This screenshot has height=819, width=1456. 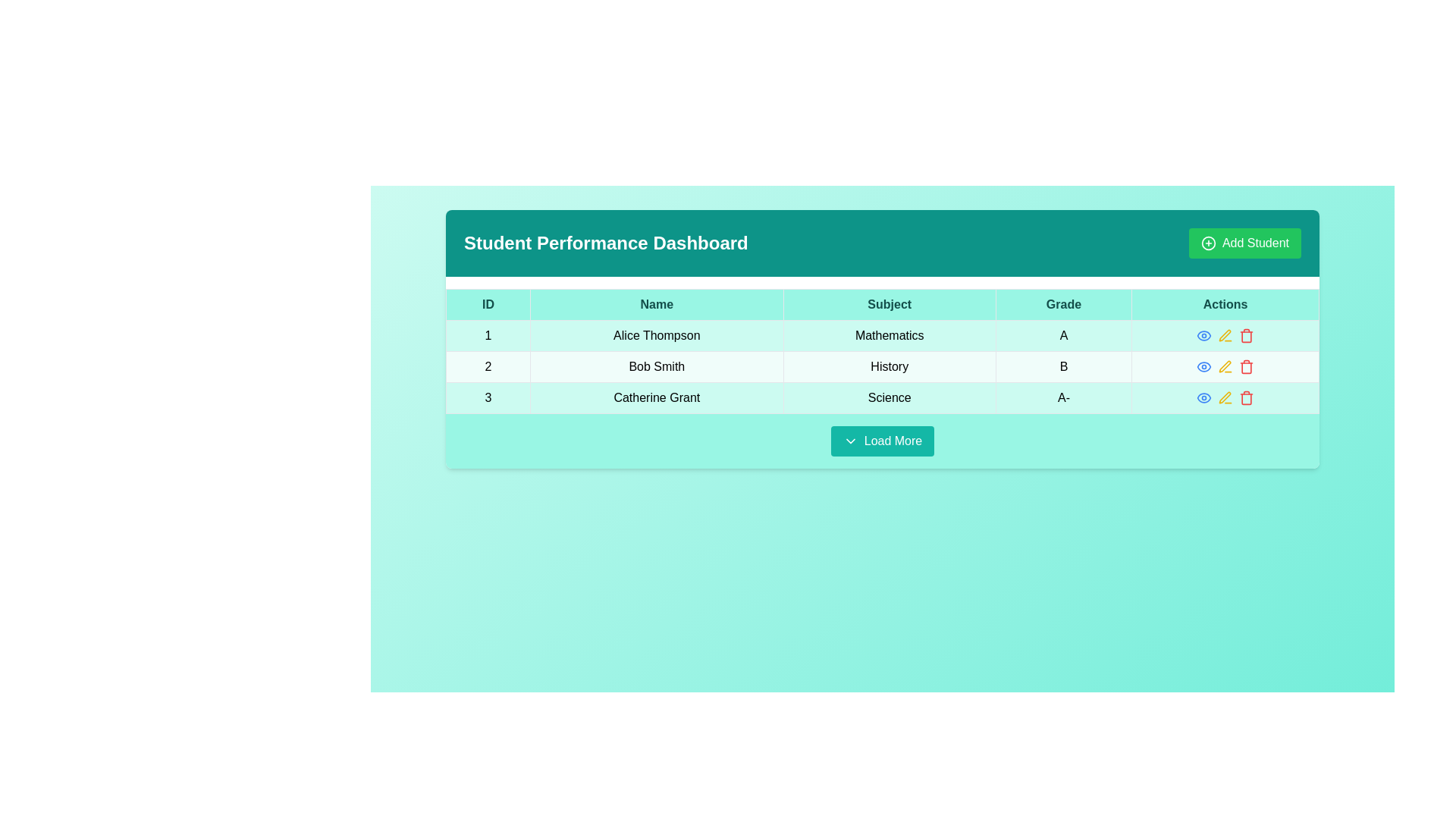 I want to click on the button located at the top right corner of the 'Student Performance Dashboard' header to change its color, so click(x=1244, y=242).